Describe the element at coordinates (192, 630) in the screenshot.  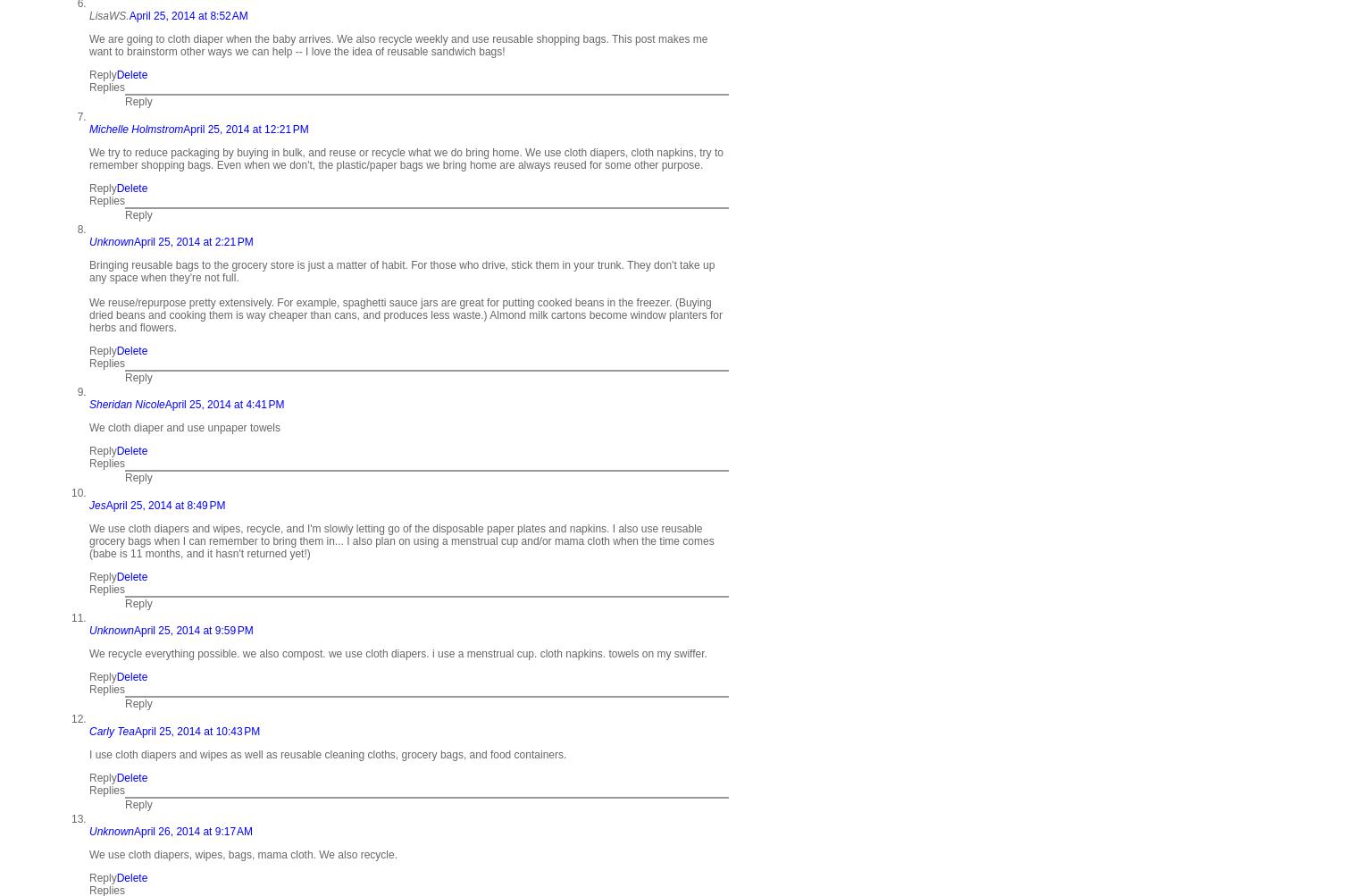
I see `'April 25, 2014 at 9:59 PM'` at that location.